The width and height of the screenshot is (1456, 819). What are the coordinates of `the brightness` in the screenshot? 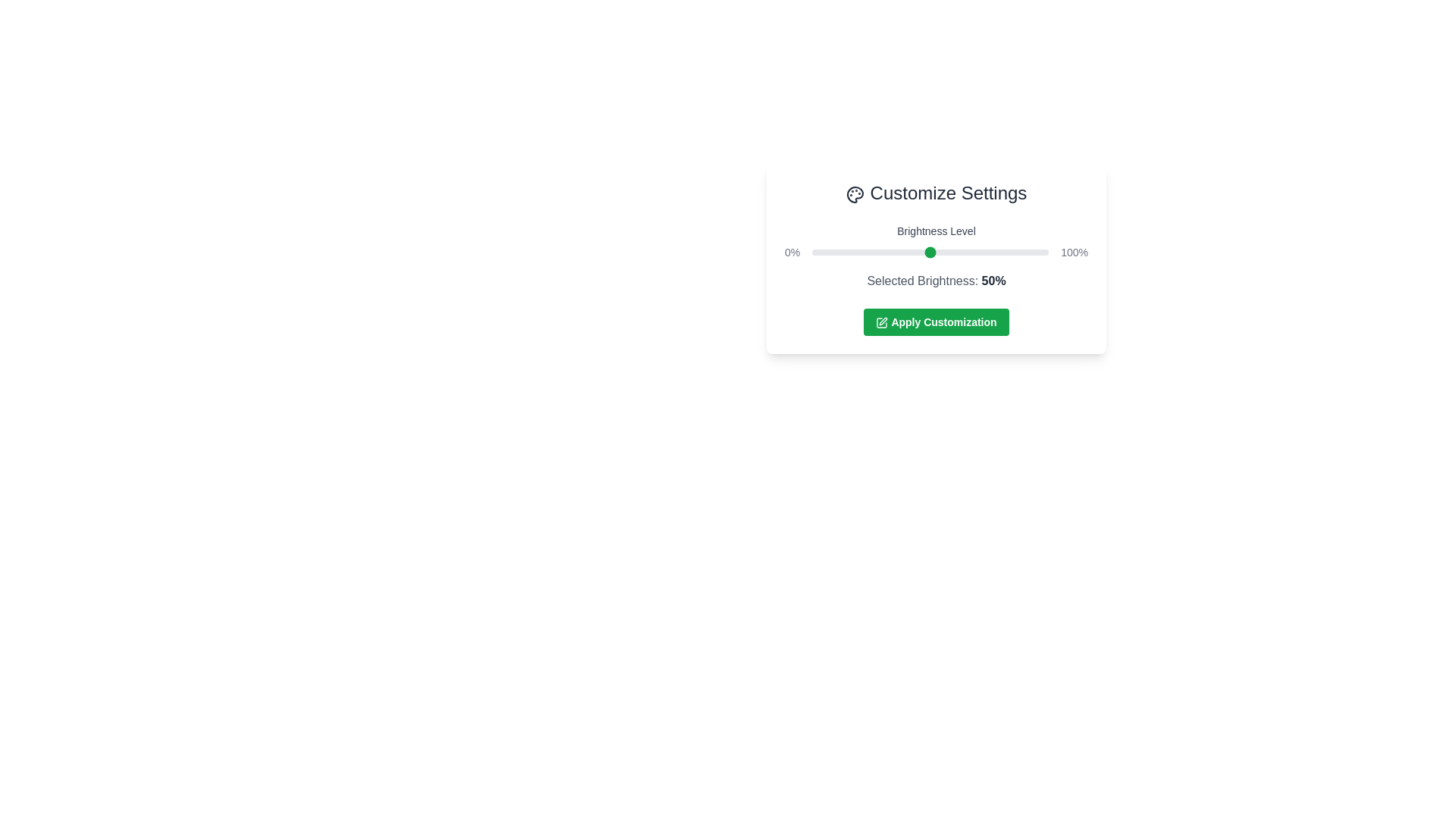 It's located at (823, 251).